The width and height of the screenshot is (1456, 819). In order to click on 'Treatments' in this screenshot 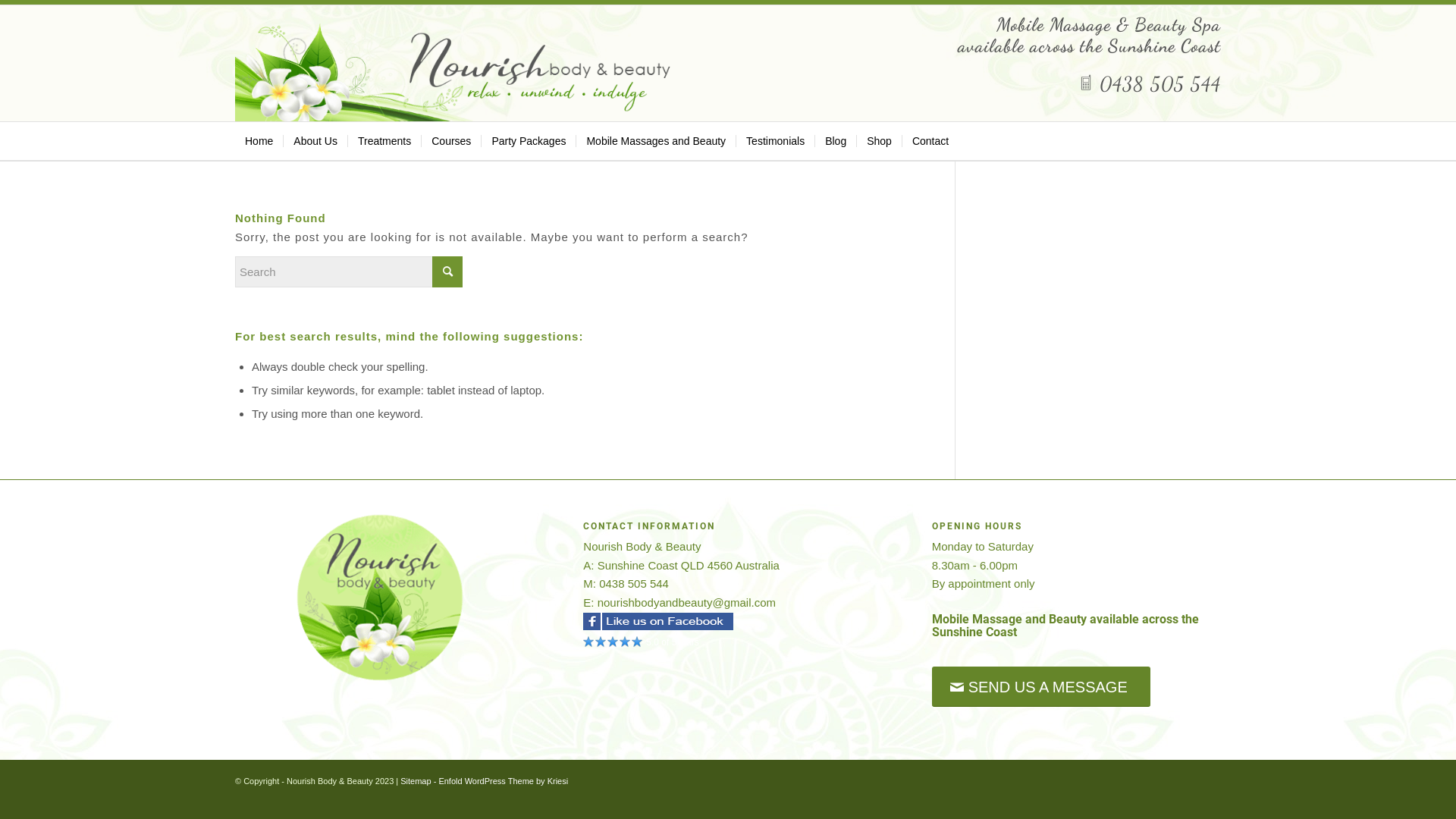, I will do `click(384, 140)`.